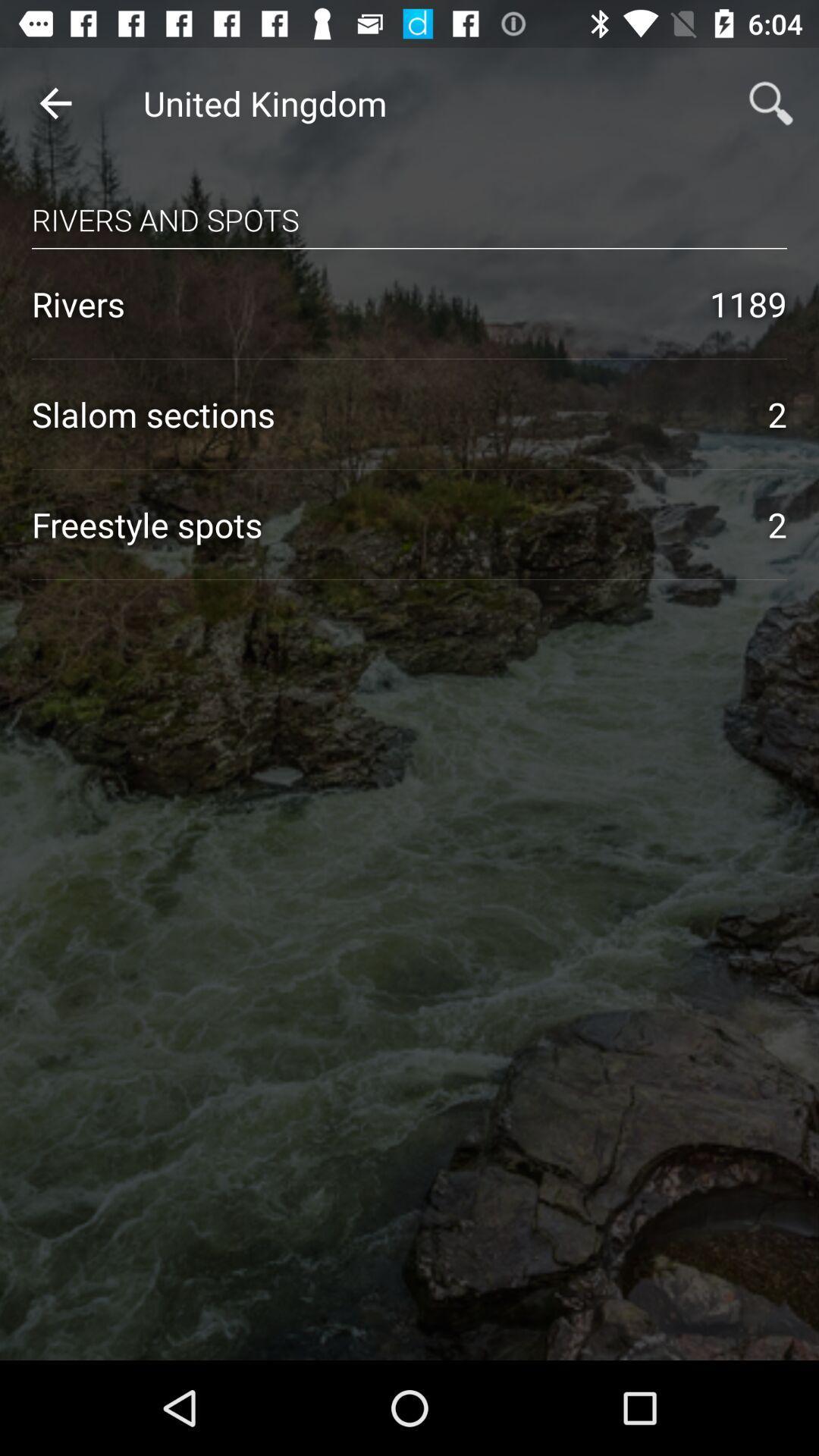  I want to click on the item next to united kingdom icon, so click(55, 102).